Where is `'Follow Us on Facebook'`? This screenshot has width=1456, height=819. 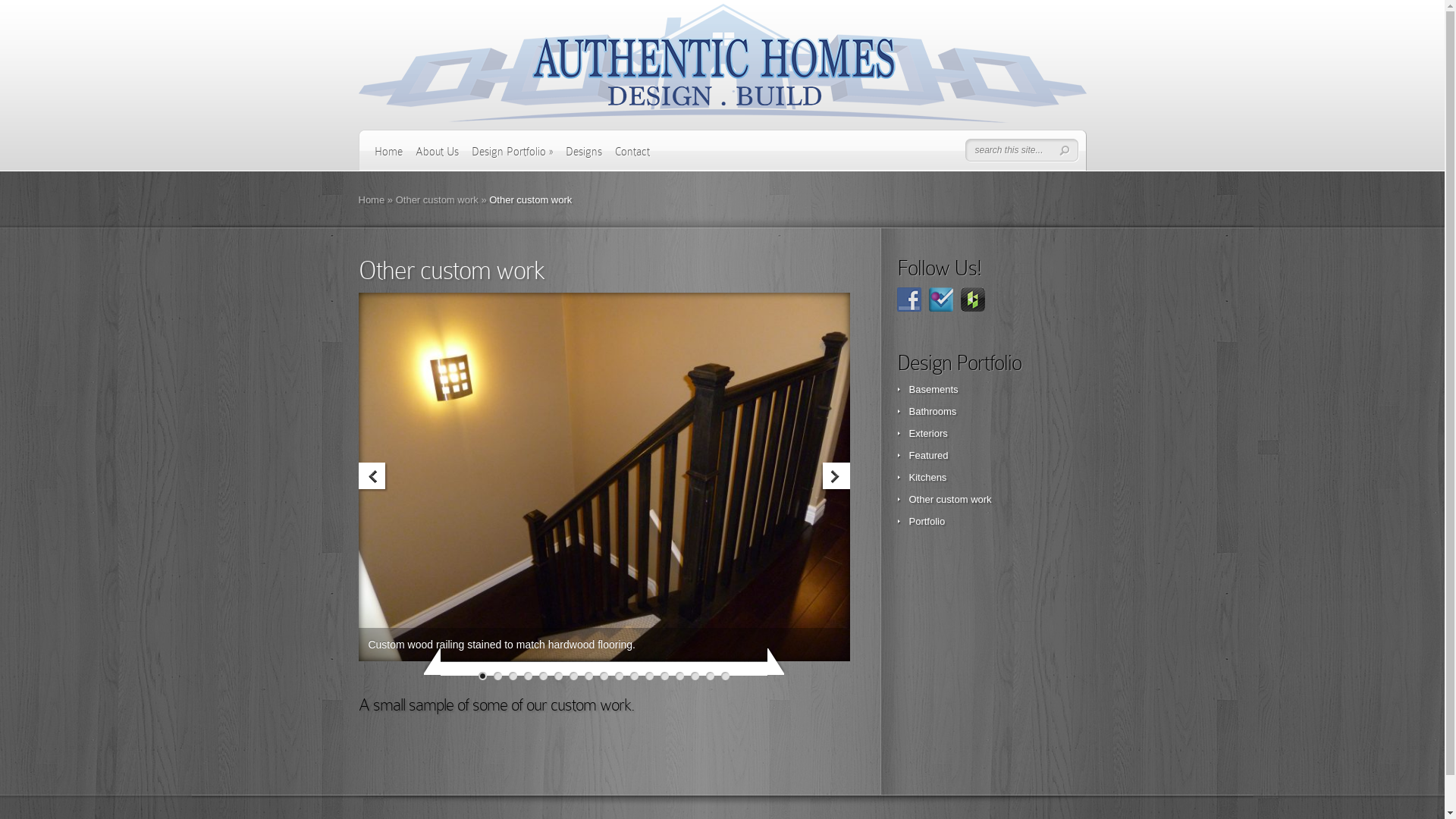
'Follow Us on Facebook' is located at coordinates (908, 299).